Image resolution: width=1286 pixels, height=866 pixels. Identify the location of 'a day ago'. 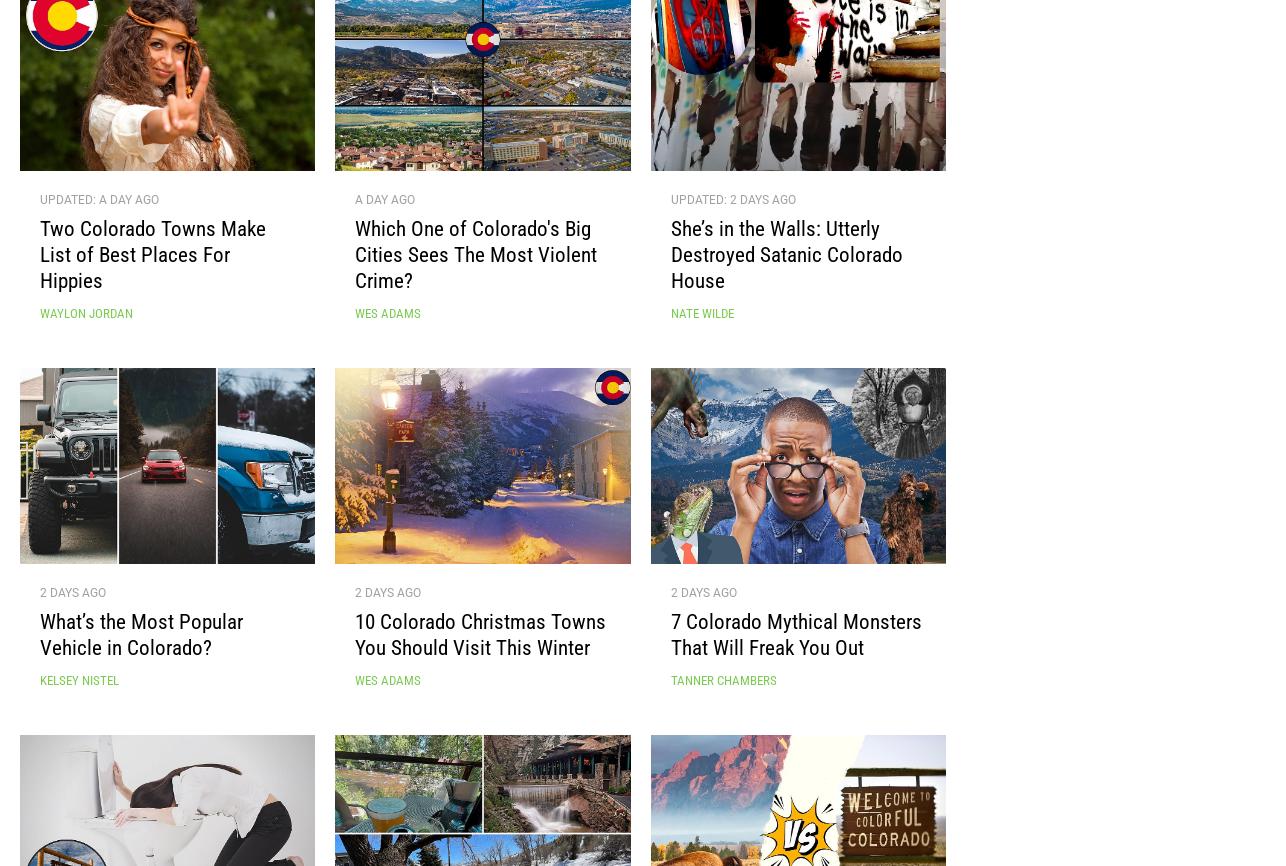
(384, 208).